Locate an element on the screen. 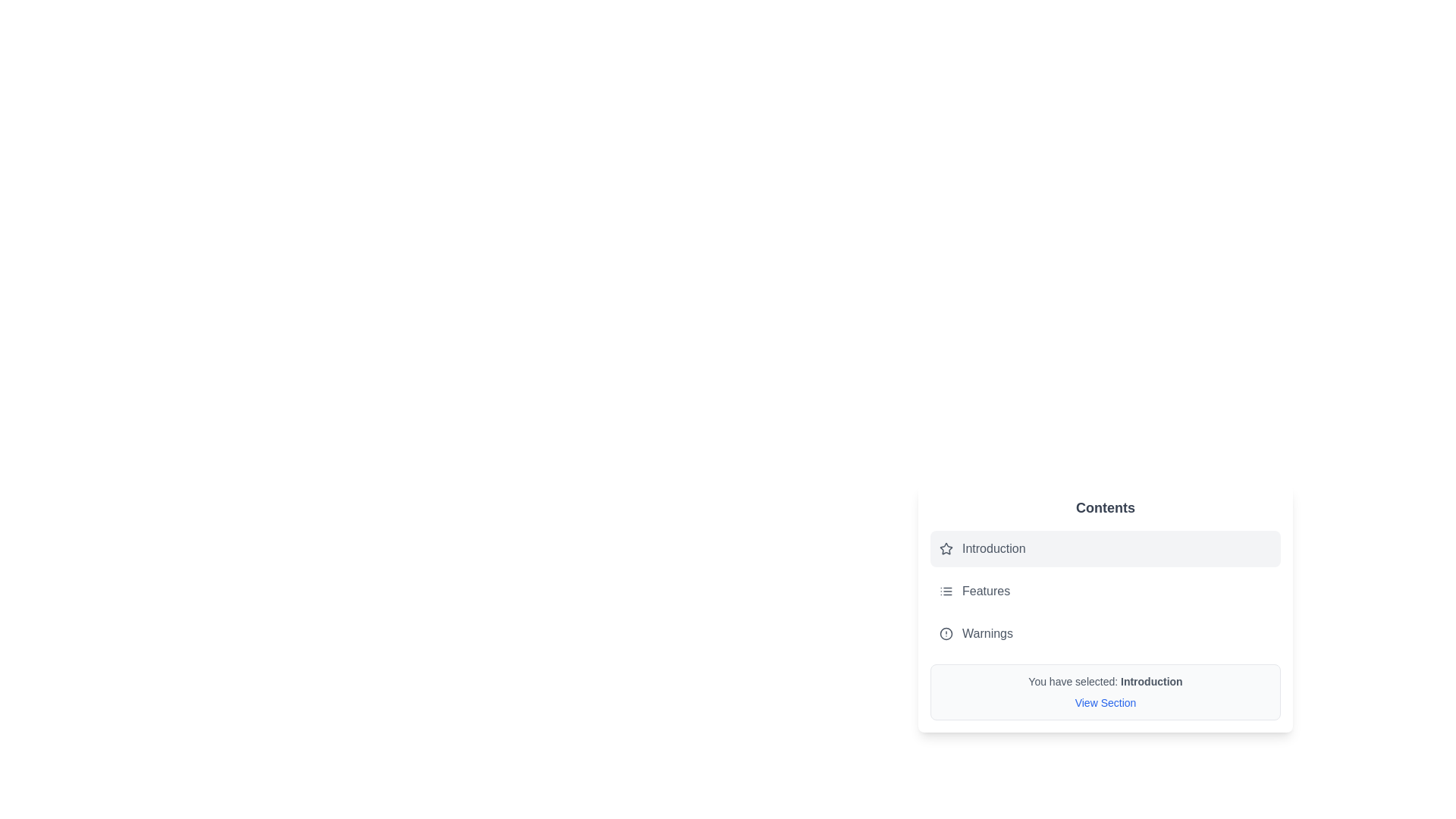  the first item in the navigation menu that allows selection of the 'Introduction' section is located at coordinates (1106, 549).